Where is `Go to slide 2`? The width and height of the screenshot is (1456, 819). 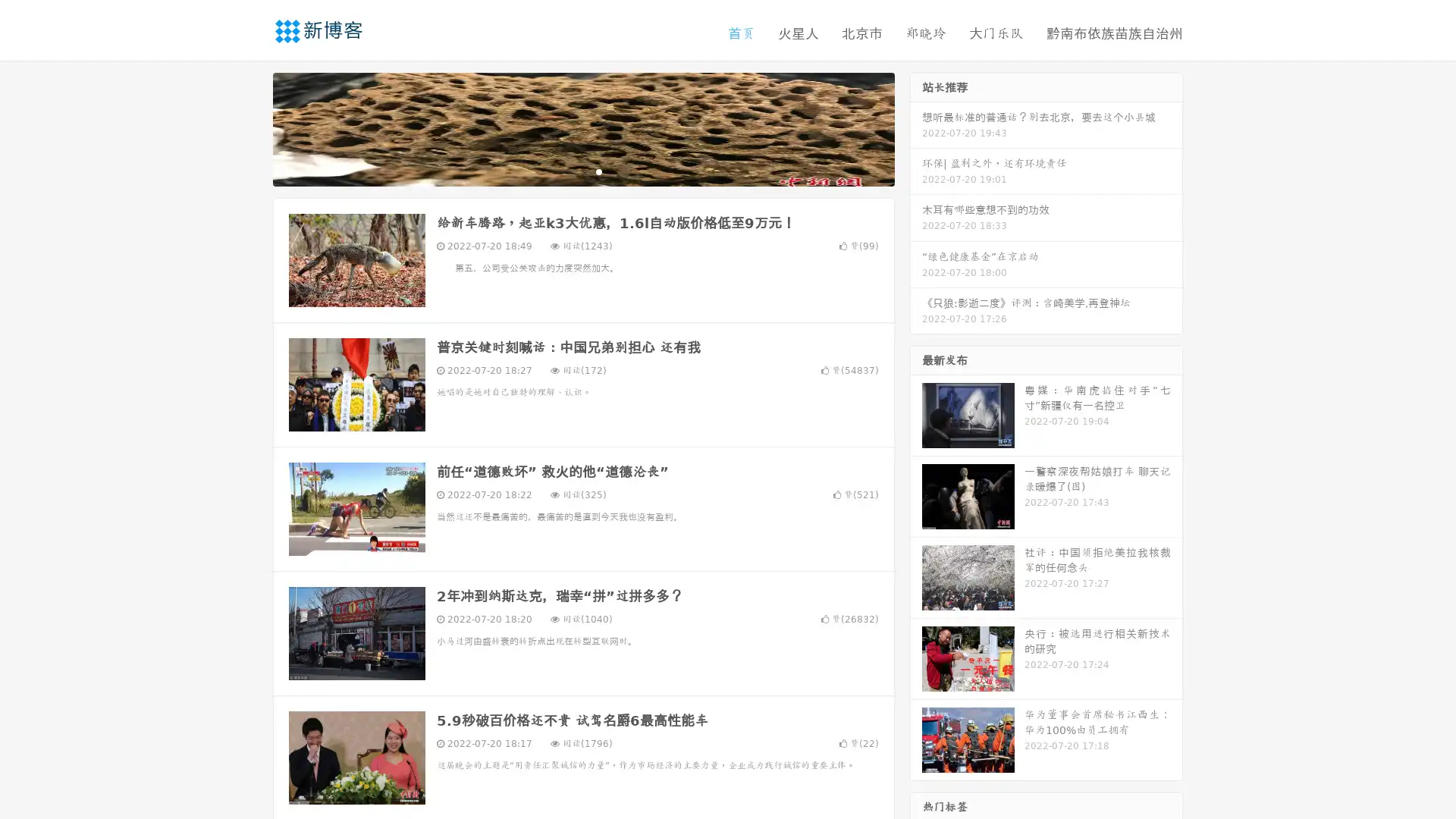
Go to slide 2 is located at coordinates (582, 171).